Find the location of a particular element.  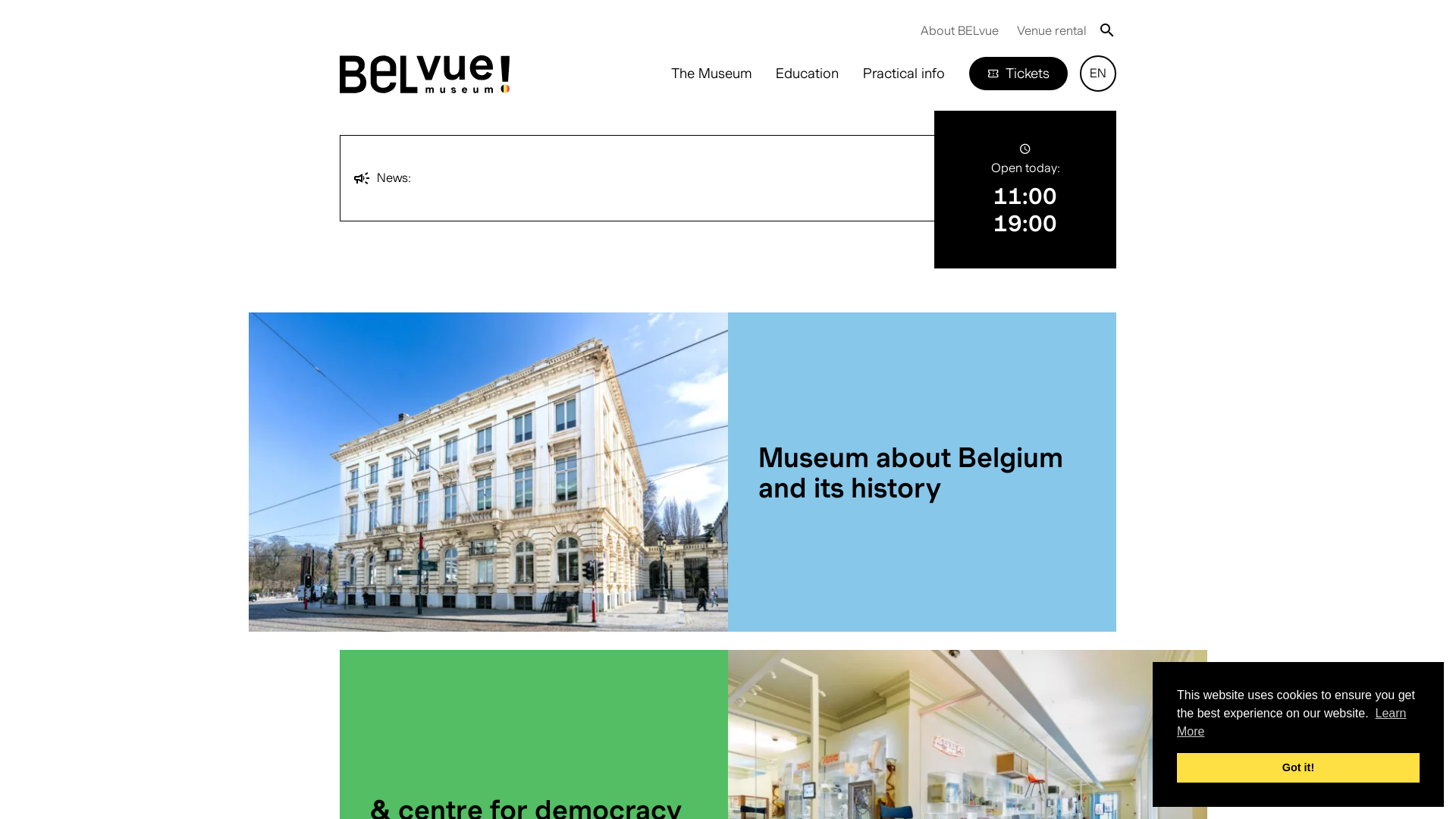

'The Museum' is located at coordinates (710, 73).